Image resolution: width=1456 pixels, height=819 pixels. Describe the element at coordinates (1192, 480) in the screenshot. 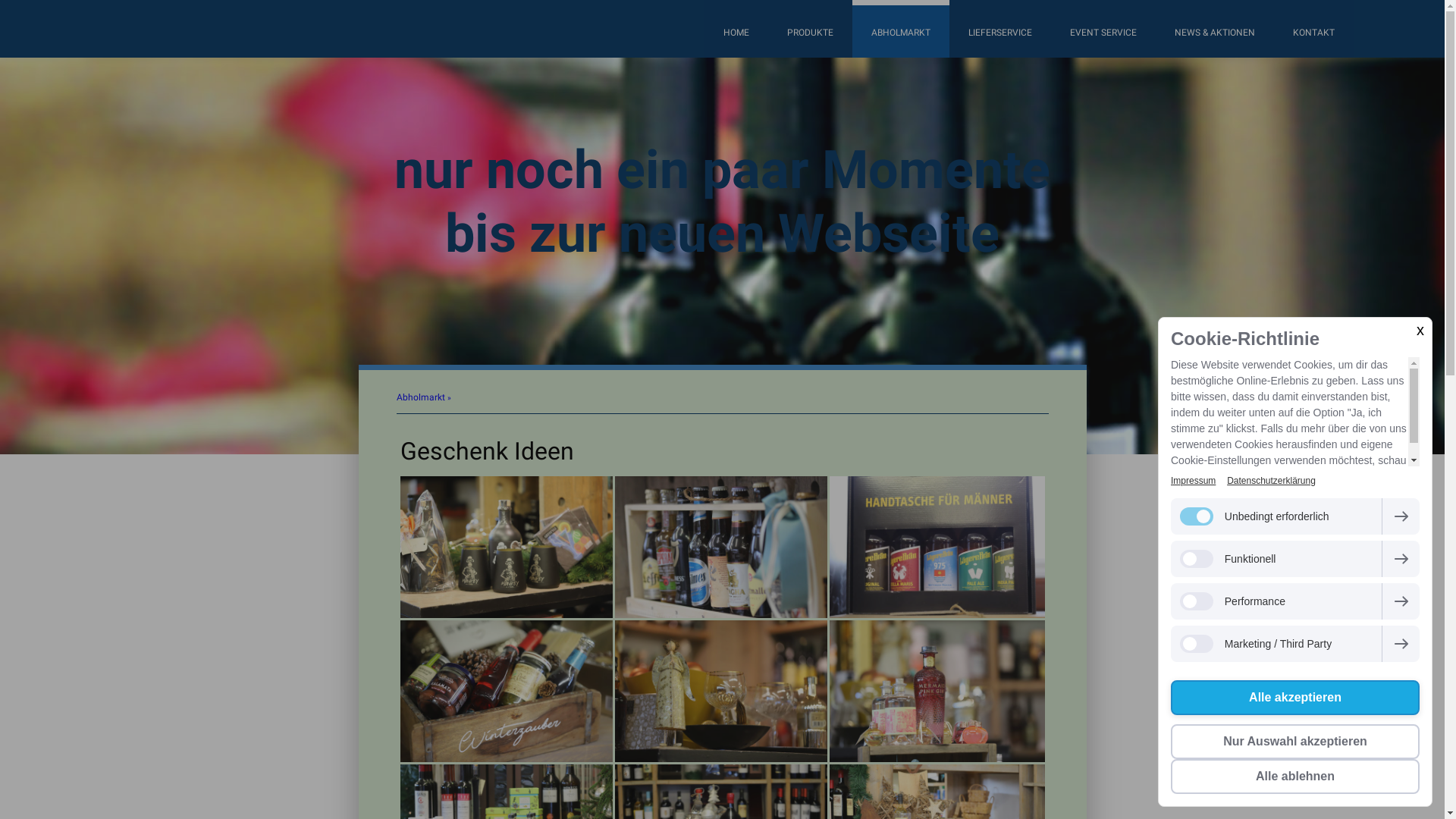

I see `'Impressum'` at that location.